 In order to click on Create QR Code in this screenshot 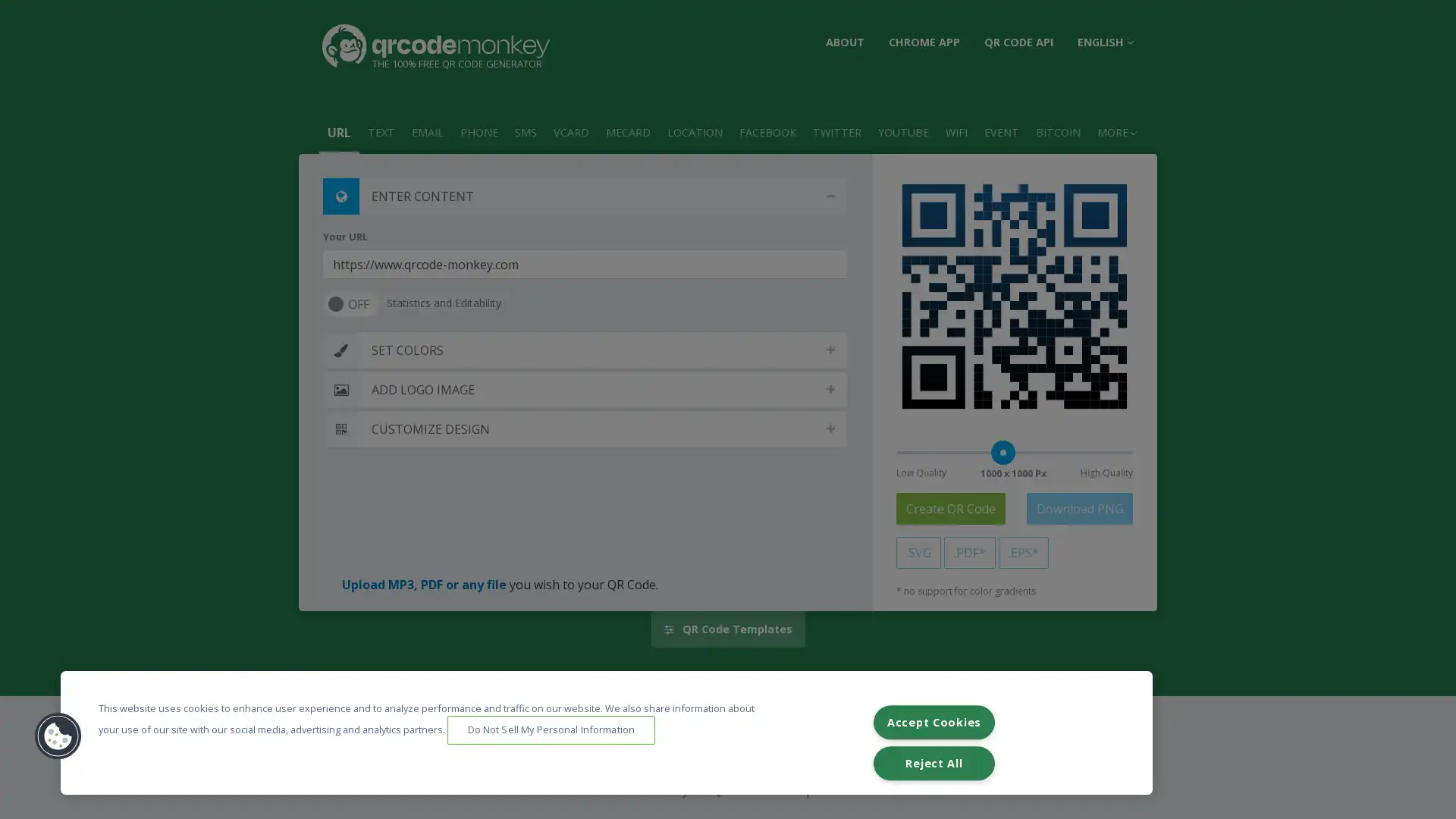, I will do `click(949, 509)`.